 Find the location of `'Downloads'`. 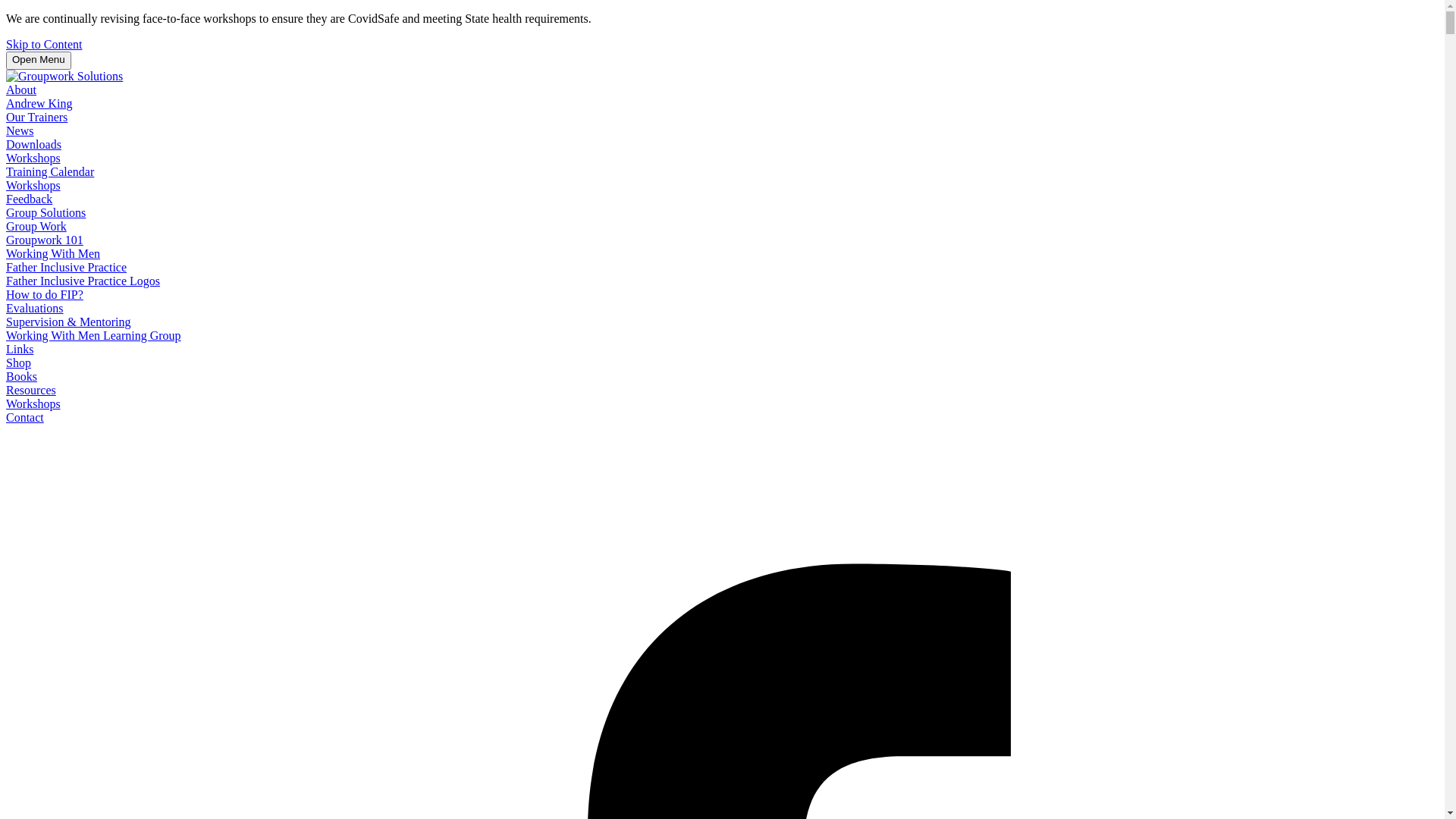

'Downloads' is located at coordinates (33, 144).